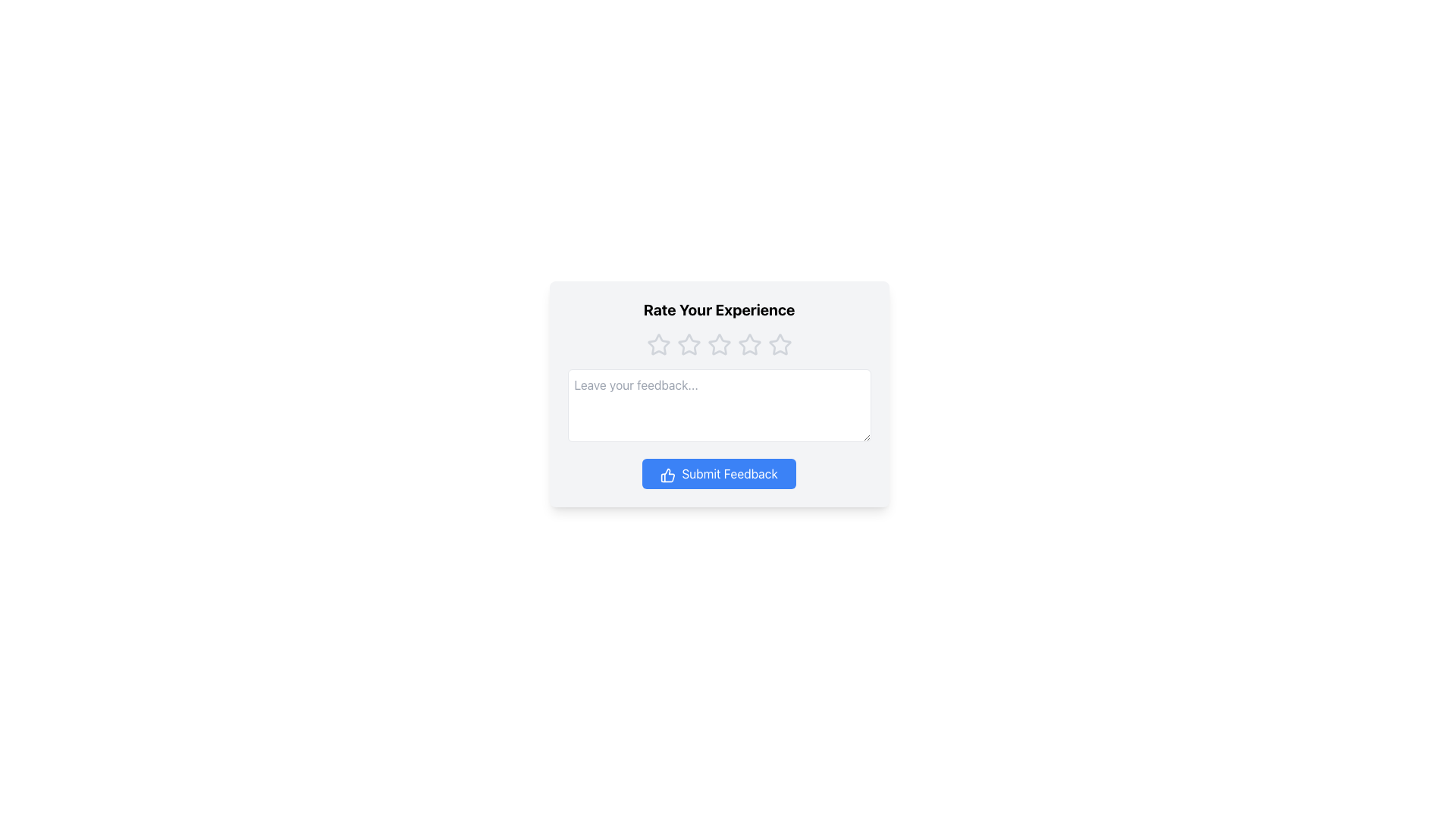 This screenshot has height=819, width=1456. What do you see at coordinates (749, 345) in the screenshot?
I see `the fifth star icon in the rating row` at bounding box center [749, 345].